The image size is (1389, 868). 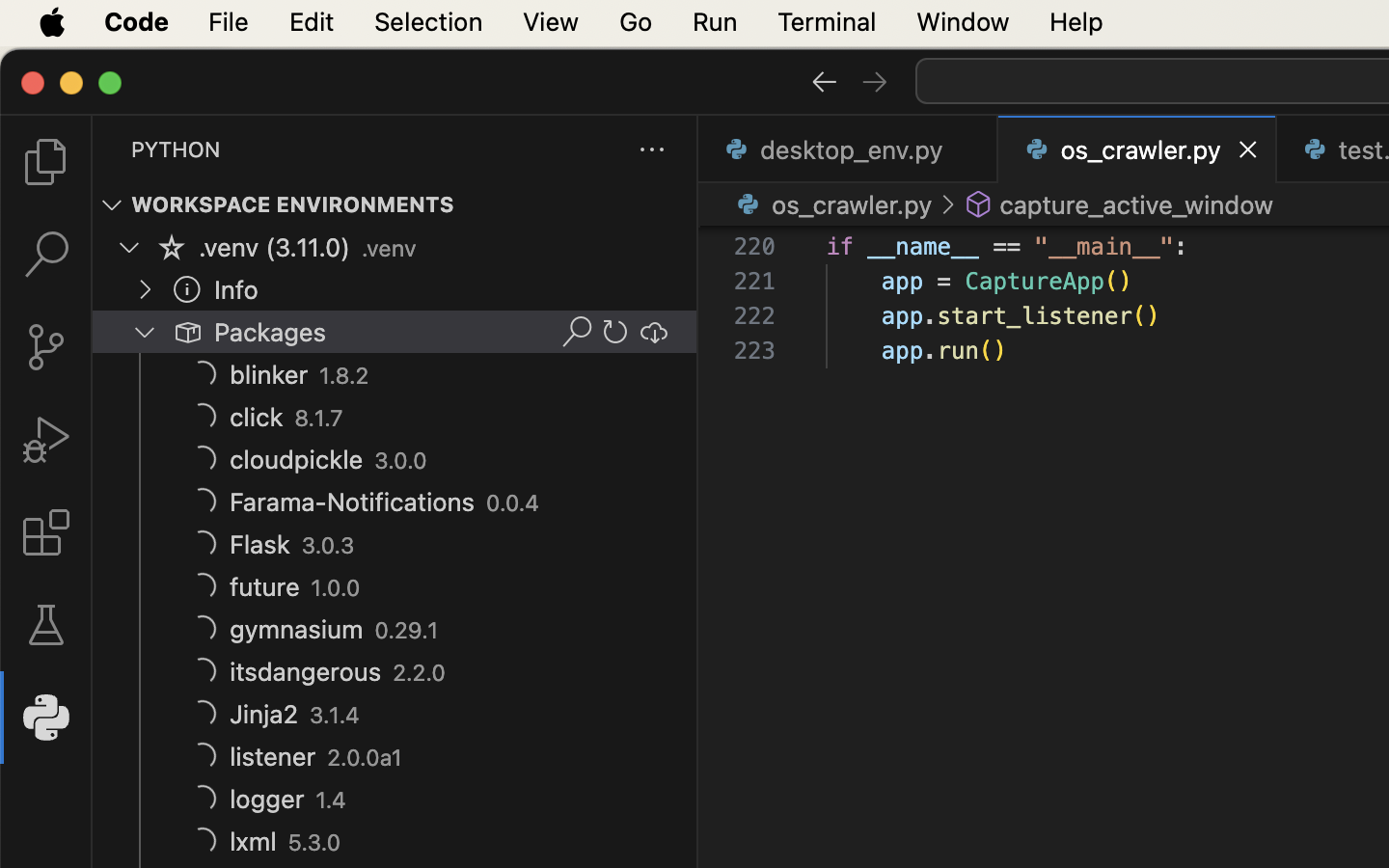 What do you see at coordinates (336, 588) in the screenshot?
I see `'1.0.0'` at bounding box center [336, 588].